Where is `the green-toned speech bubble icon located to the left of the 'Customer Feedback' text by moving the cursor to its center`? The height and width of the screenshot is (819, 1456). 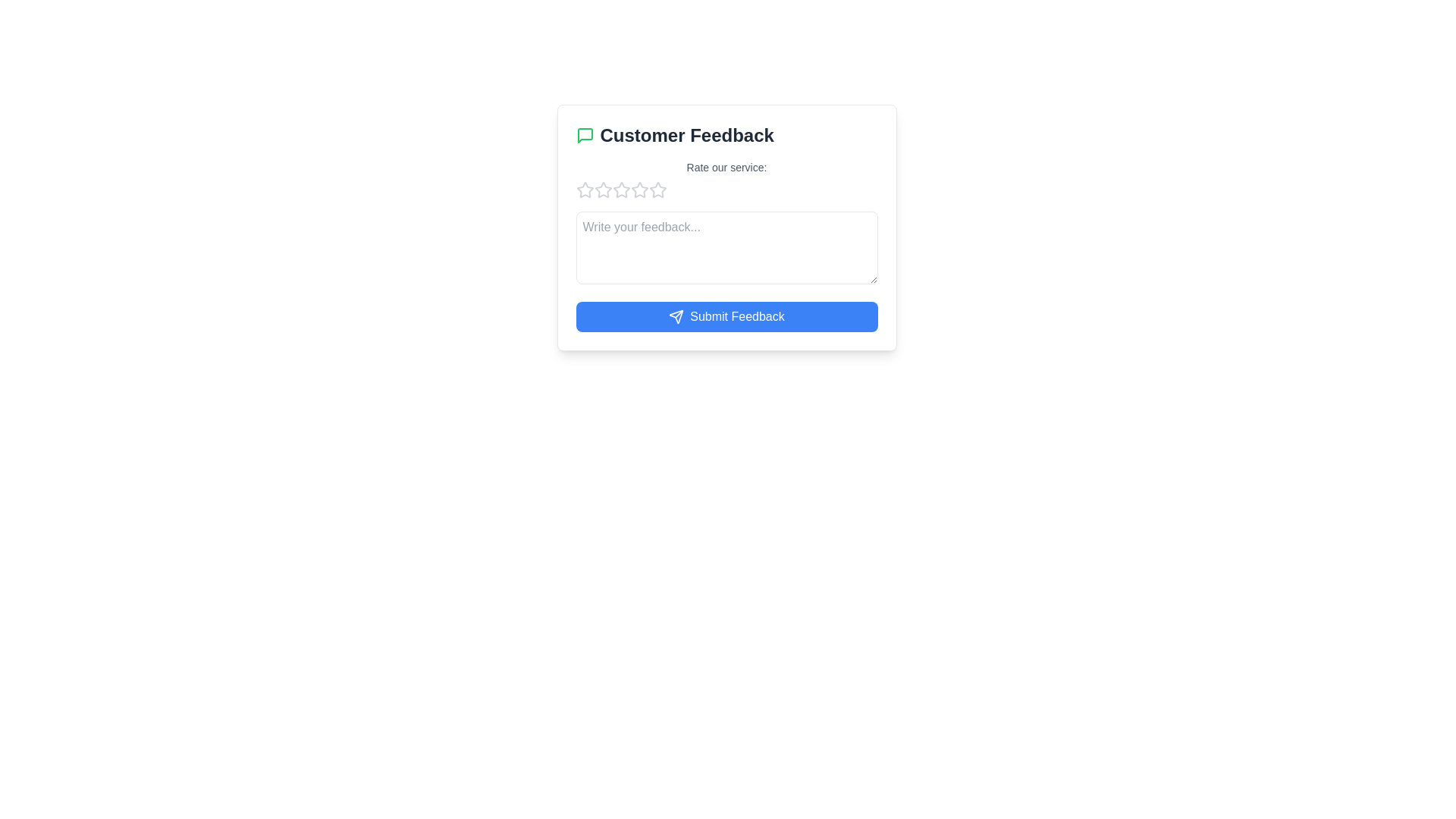
the green-toned speech bubble icon located to the left of the 'Customer Feedback' text by moving the cursor to its center is located at coordinates (584, 134).